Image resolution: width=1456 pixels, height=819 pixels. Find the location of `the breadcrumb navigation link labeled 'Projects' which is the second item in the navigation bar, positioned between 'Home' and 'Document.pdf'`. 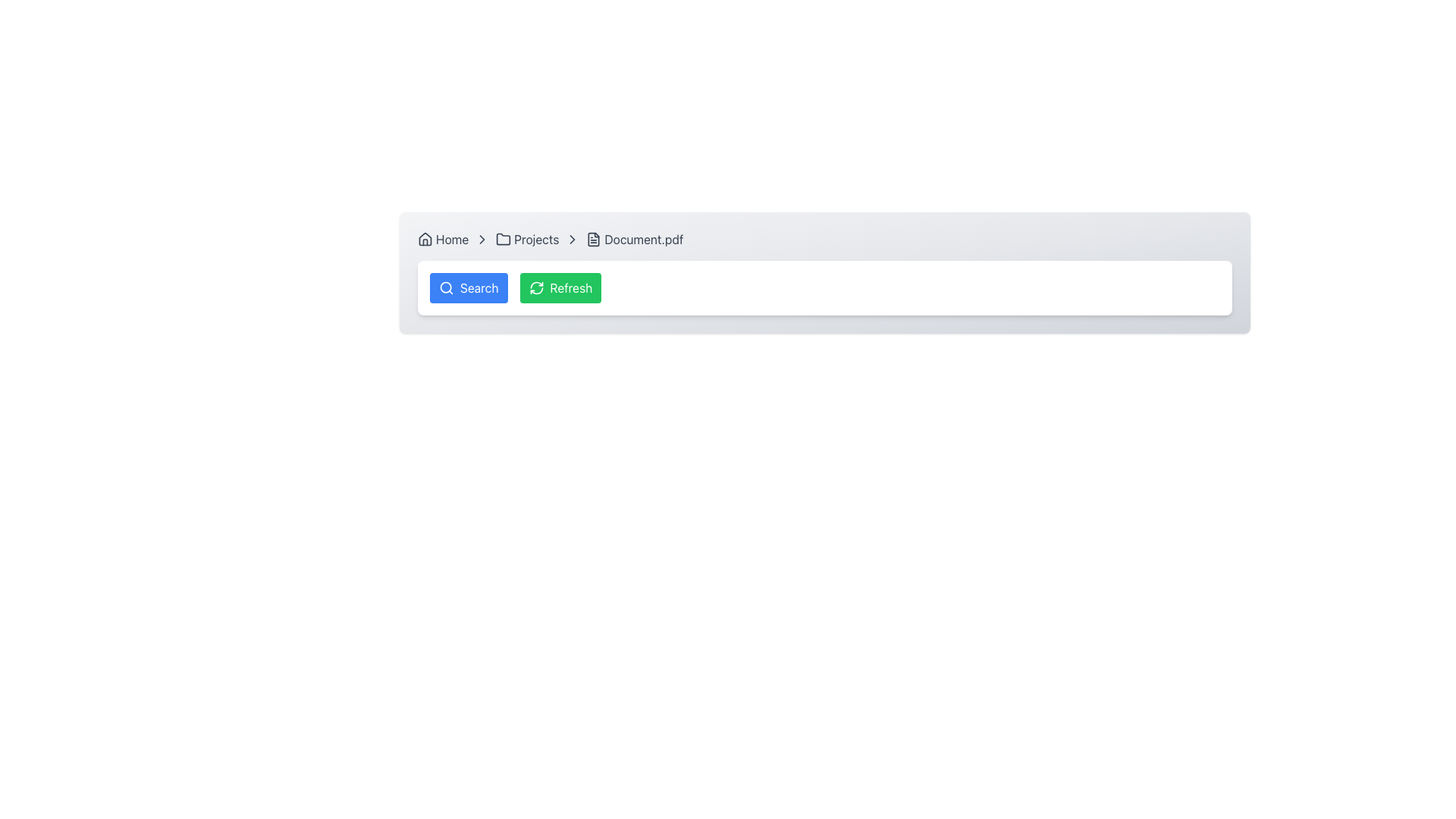

the breadcrumb navigation link labeled 'Projects' which is the second item in the navigation bar, positioned between 'Home' and 'Document.pdf' is located at coordinates (527, 239).